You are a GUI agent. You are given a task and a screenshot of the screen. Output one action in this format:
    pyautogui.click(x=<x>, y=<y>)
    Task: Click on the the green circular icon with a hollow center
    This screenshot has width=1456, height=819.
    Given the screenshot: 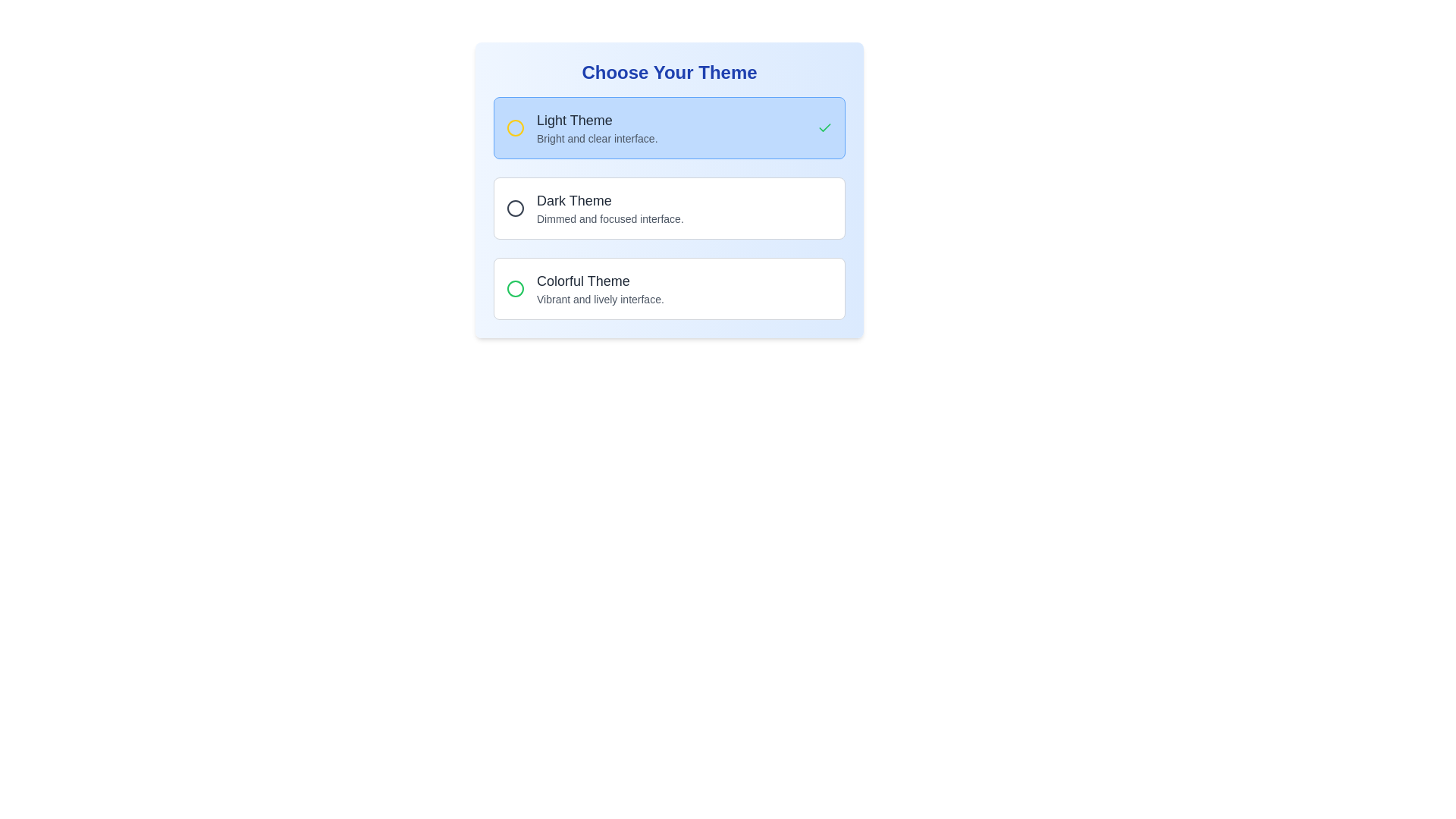 What is the action you would take?
    pyautogui.click(x=516, y=289)
    